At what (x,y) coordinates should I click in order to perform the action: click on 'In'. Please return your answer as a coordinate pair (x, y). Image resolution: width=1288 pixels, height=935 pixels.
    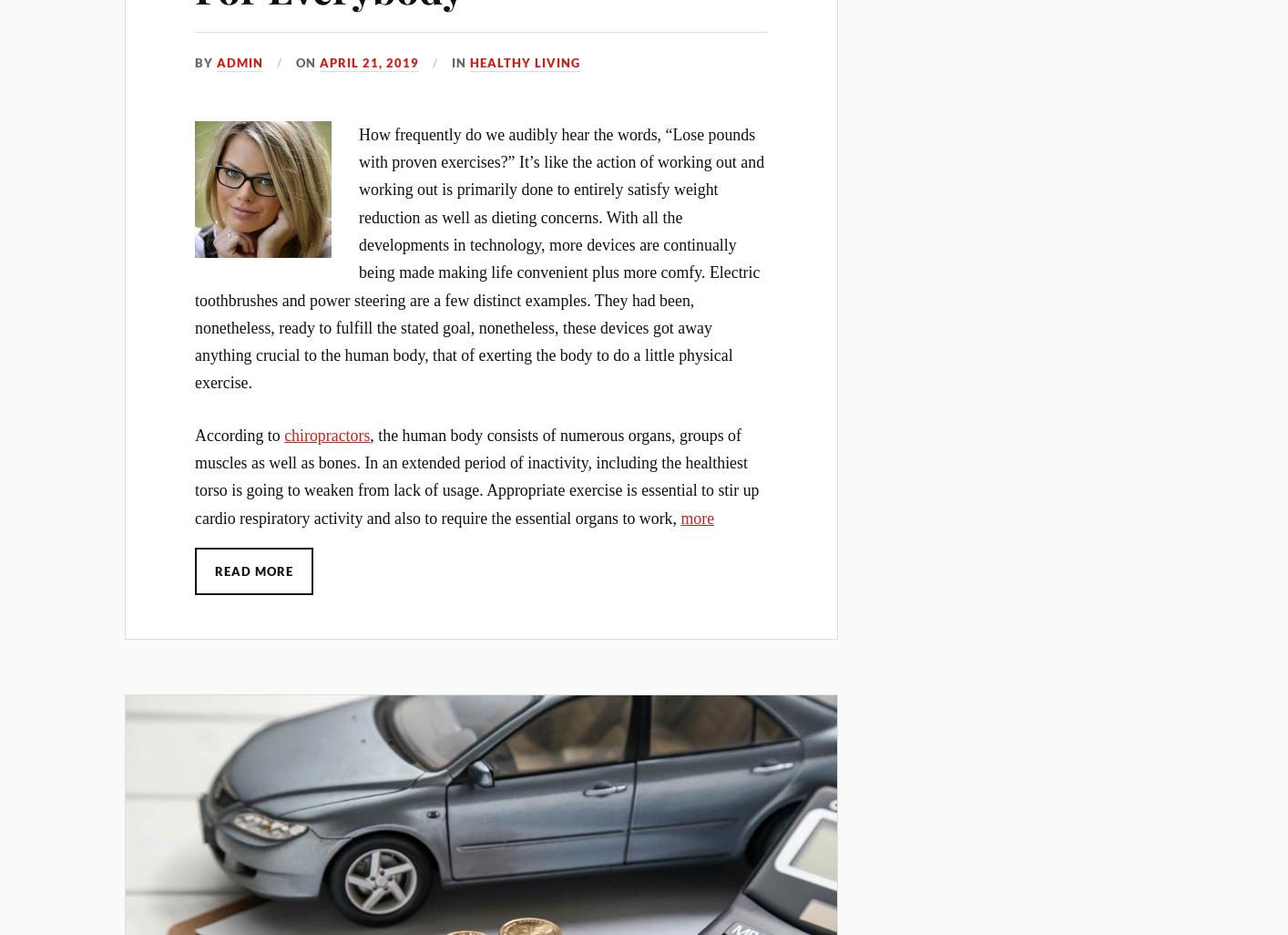
    Looking at the image, I should click on (460, 62).